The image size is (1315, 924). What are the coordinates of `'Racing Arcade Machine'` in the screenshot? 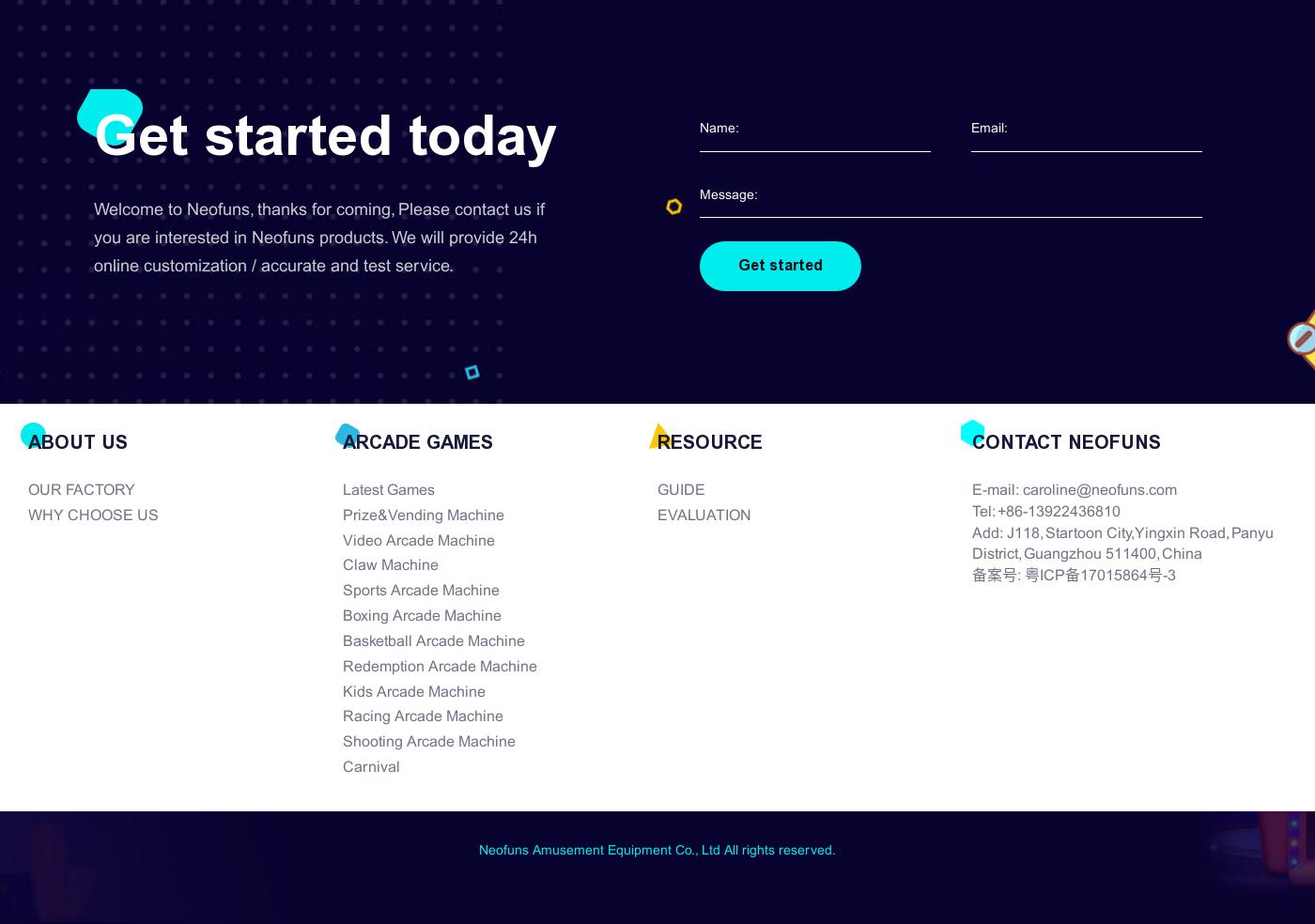 It's located at (423, 716).